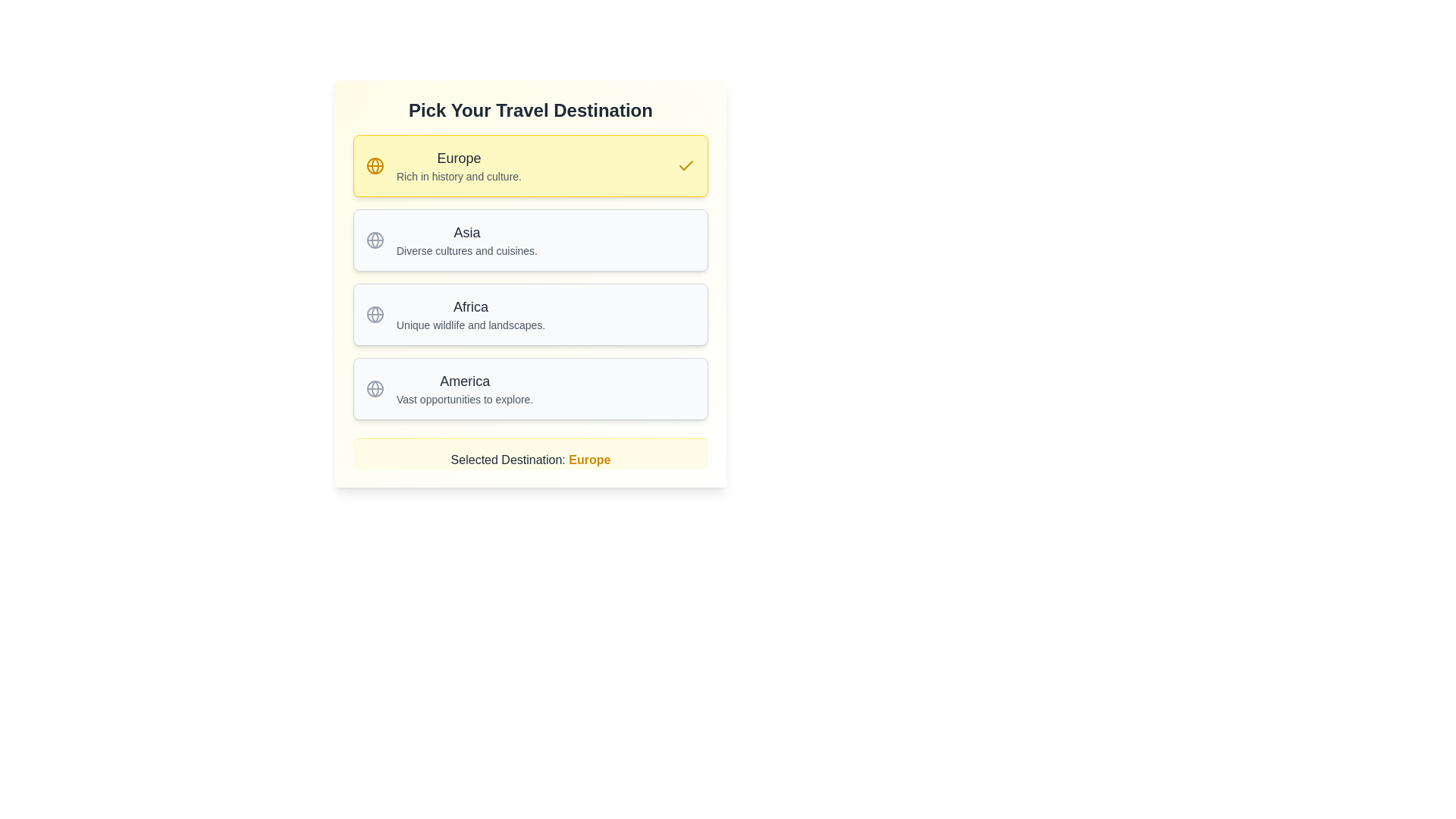 The height and width of the screenshot is (819, 1456). What do you see at coordinates (466, 250) in the screenshot?
I see `the text label displaying 'Diverse cultures and cuisines.' which is located below the bold 'Asia' text` at bounding box center [466, 250].